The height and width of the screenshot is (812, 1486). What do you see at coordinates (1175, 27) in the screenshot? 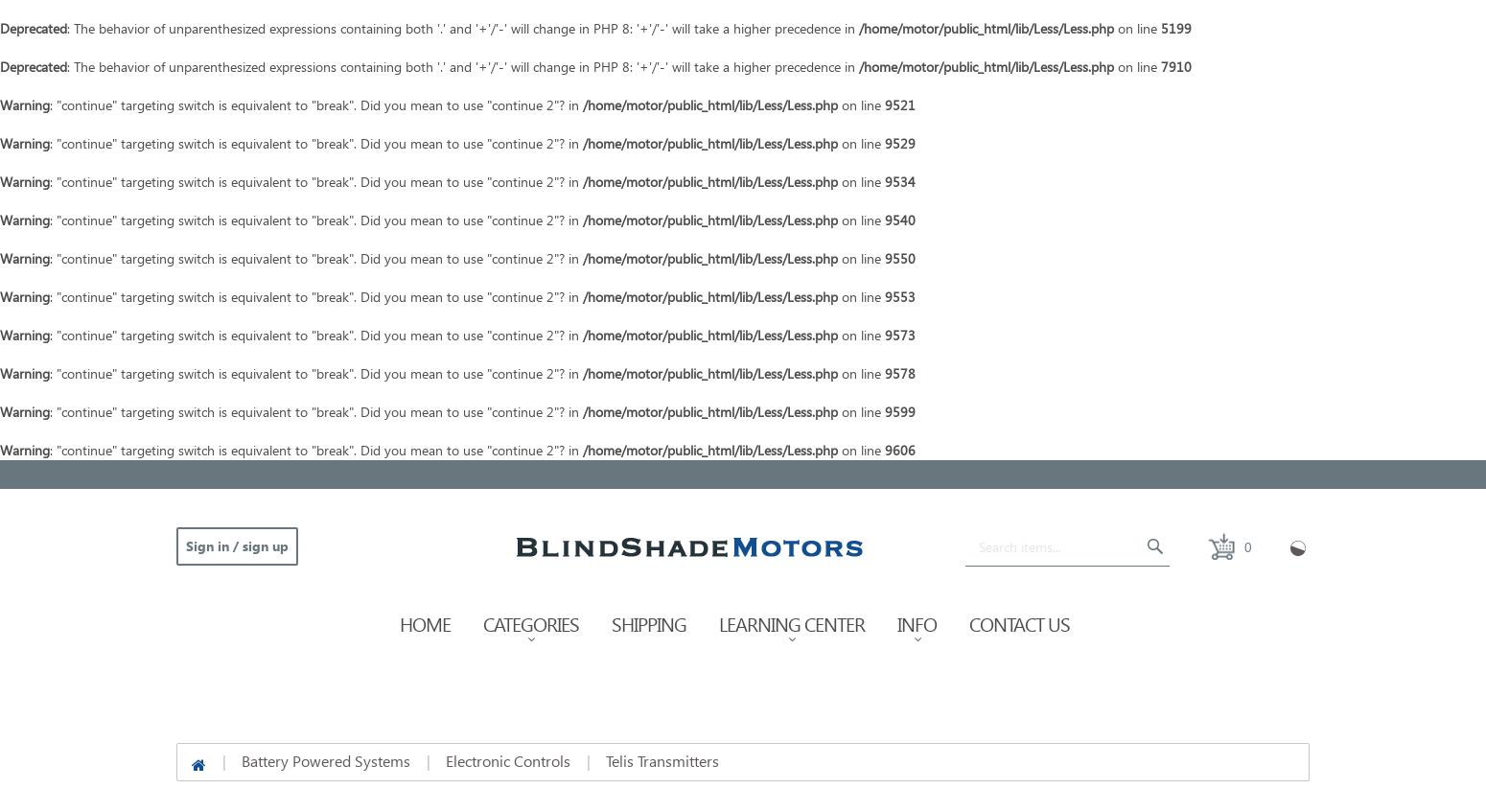
I see `'5199'` at bounding box center [1175, 27].